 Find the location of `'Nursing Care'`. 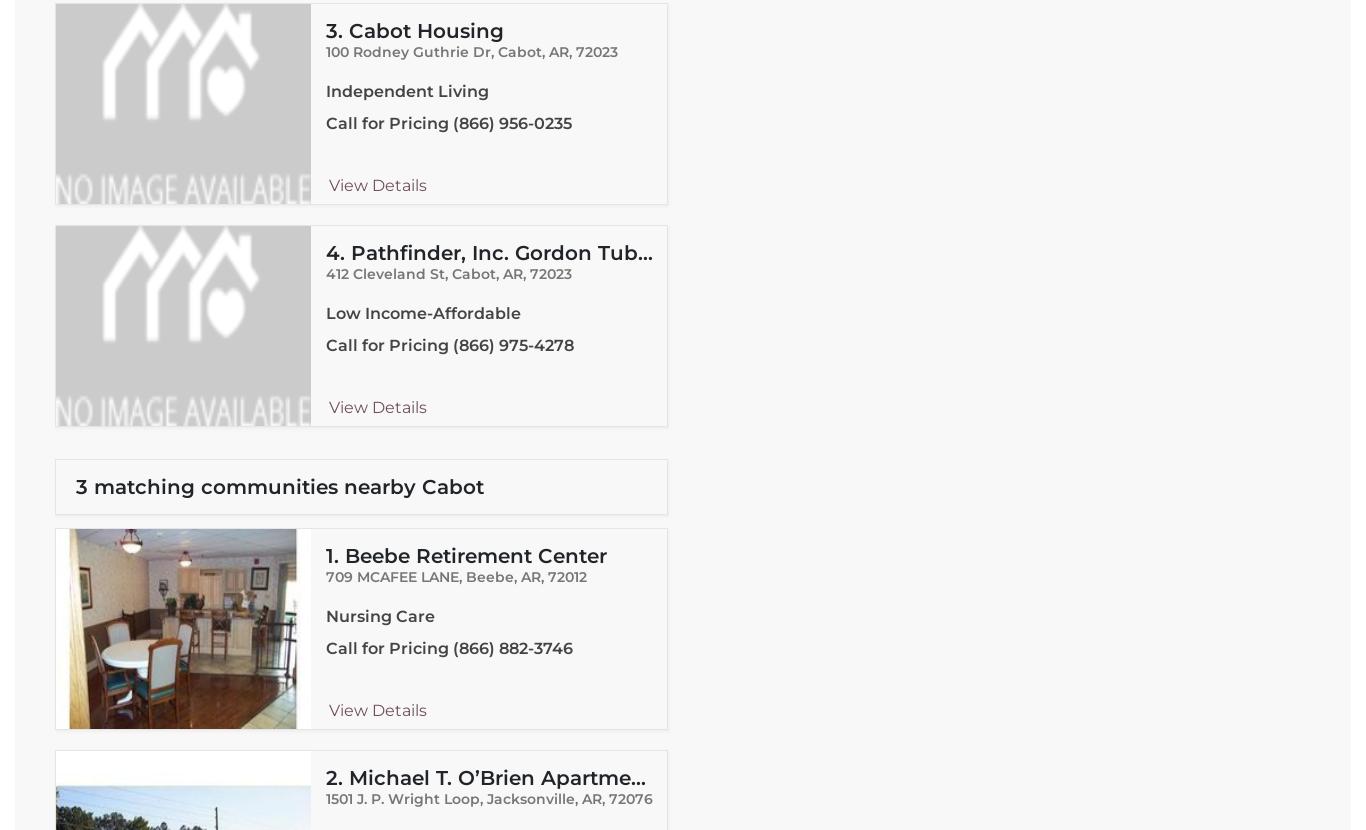

'Nursing Care' is located at coordinates (378, 616).